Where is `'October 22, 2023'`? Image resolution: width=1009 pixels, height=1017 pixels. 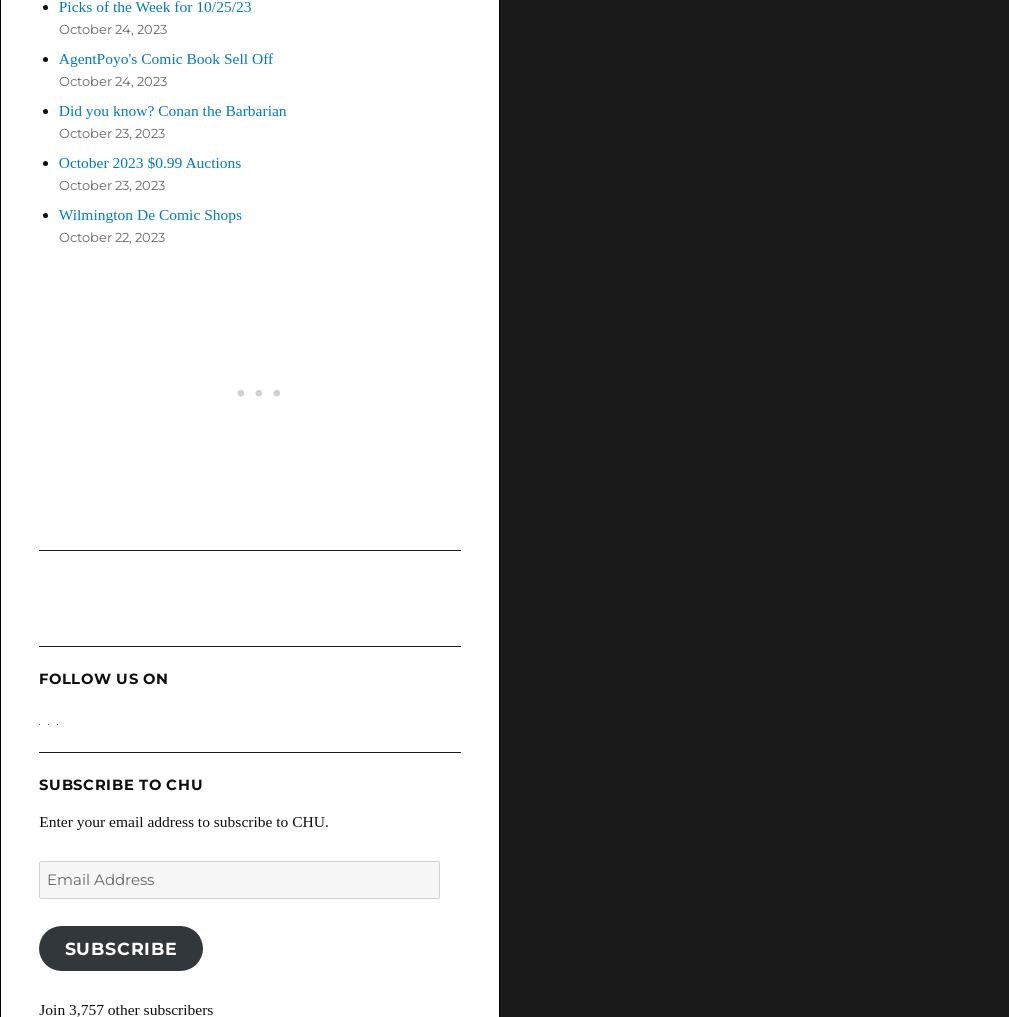 'October 22, 2023' is located at coordinates (109, 235).